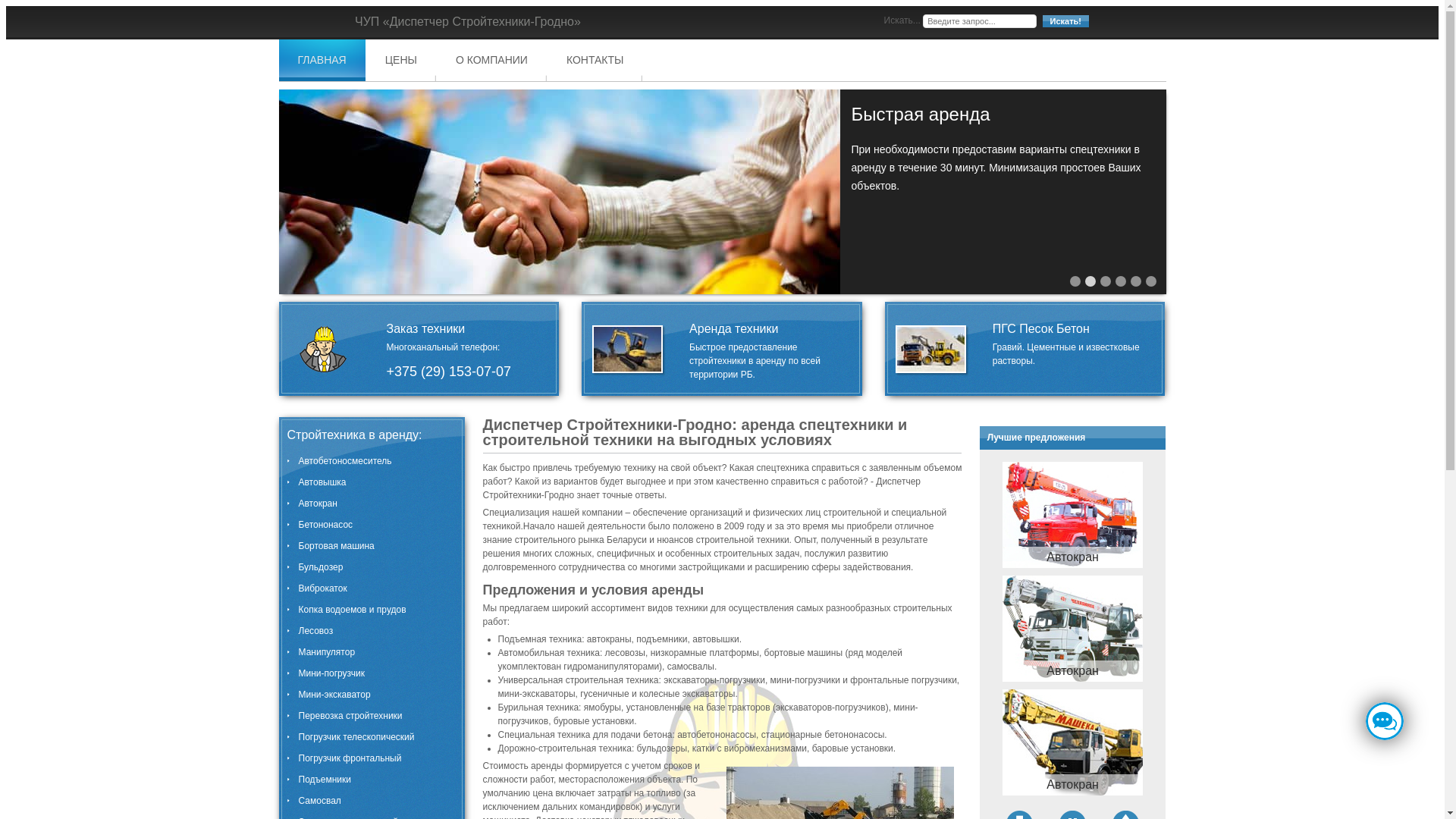 Image resolution: width=1456 pixels, height=819 pixels. Describe the element at coordinates (447, 371) in the screenshot. I see `'+375 (29) 153-07-07'` at that location.